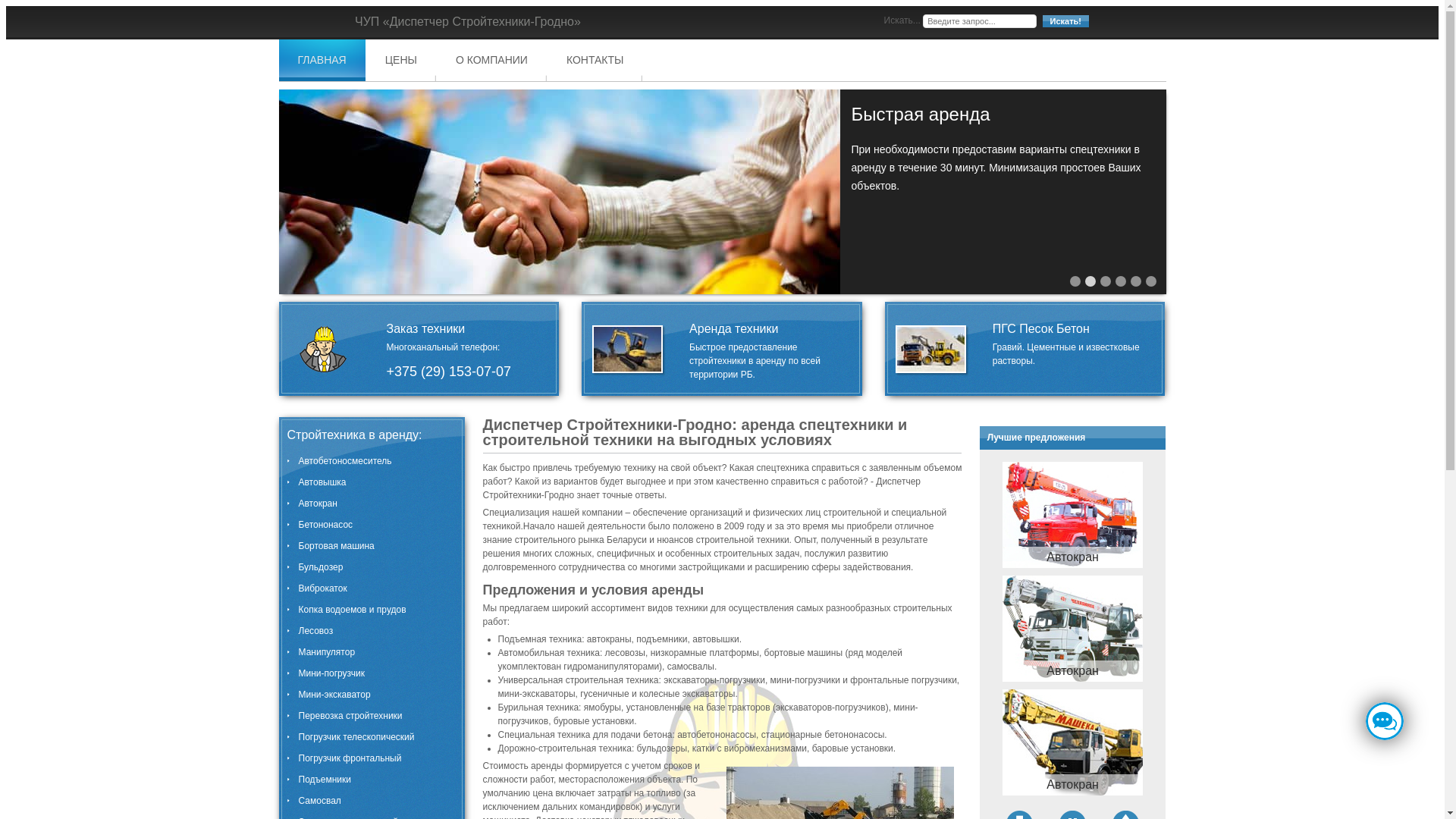 Image resolution: width=1456 pixels, height=819 pixels. Describe the element at coordinates (447, 371) in the screenshot. I see `'+375 (29) 153-07-07'` at that location.